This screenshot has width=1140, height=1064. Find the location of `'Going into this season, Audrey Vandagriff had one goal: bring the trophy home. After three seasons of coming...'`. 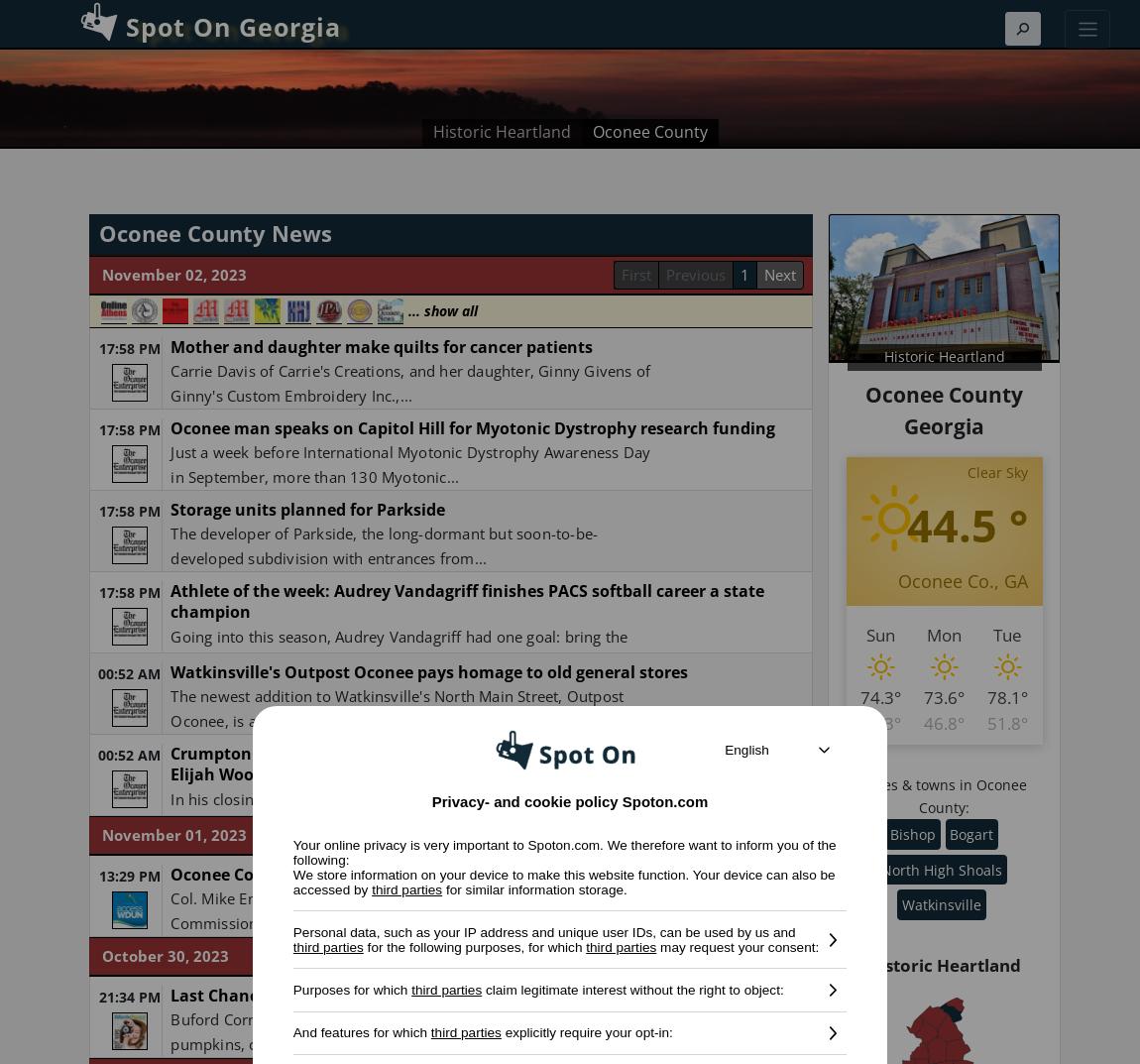

'Going into this season, Audrey Vandagriff had one goal: bring the trophy home. After three seasons of coming...' is located at coordinates (399, 647).